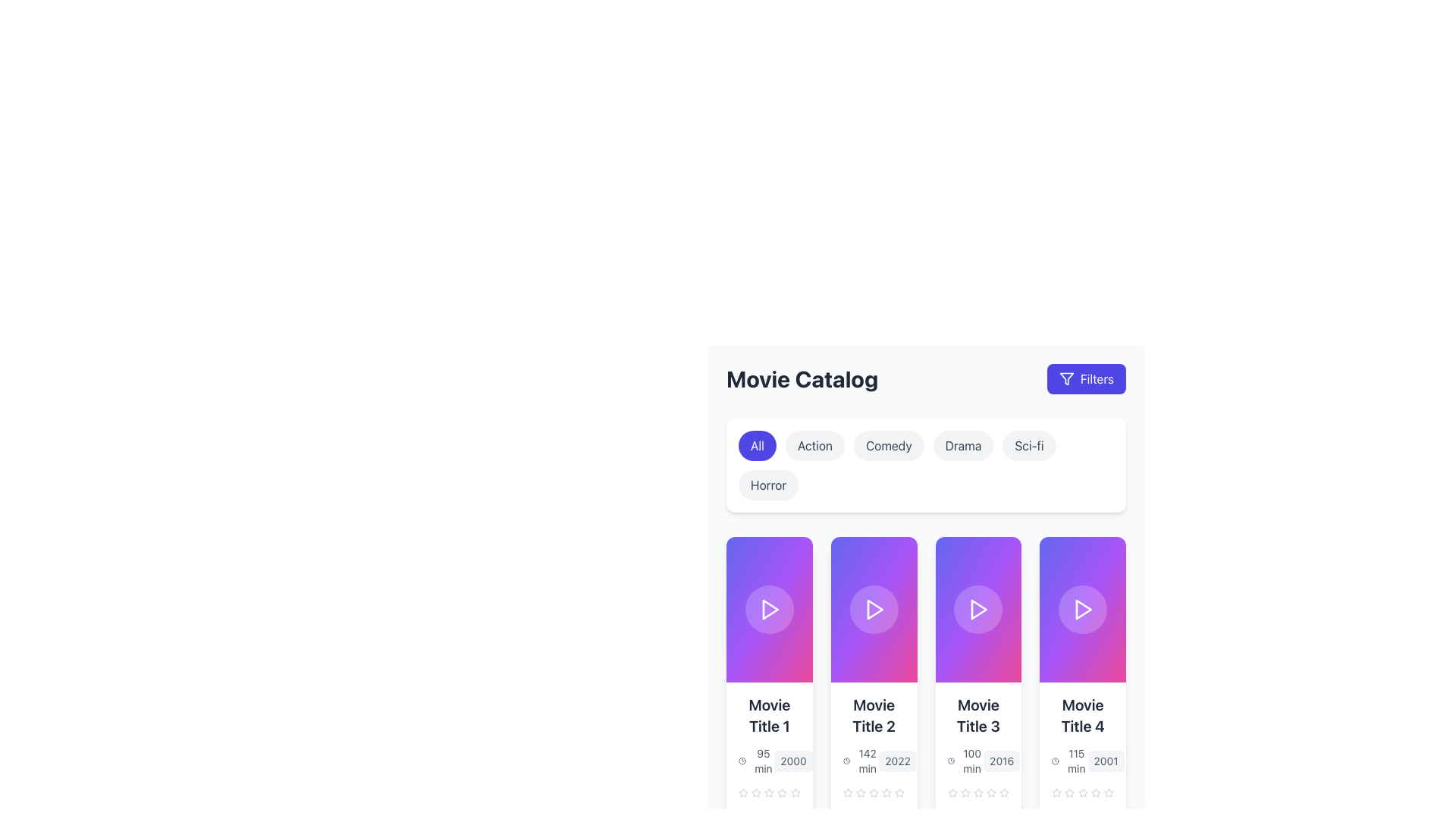  I want to click on the Text display with graphical indicator (Clock icon) element that shows '115 min 2001', located below 'Movie Title 4' in the fourth movie card, so click(1082, 761).